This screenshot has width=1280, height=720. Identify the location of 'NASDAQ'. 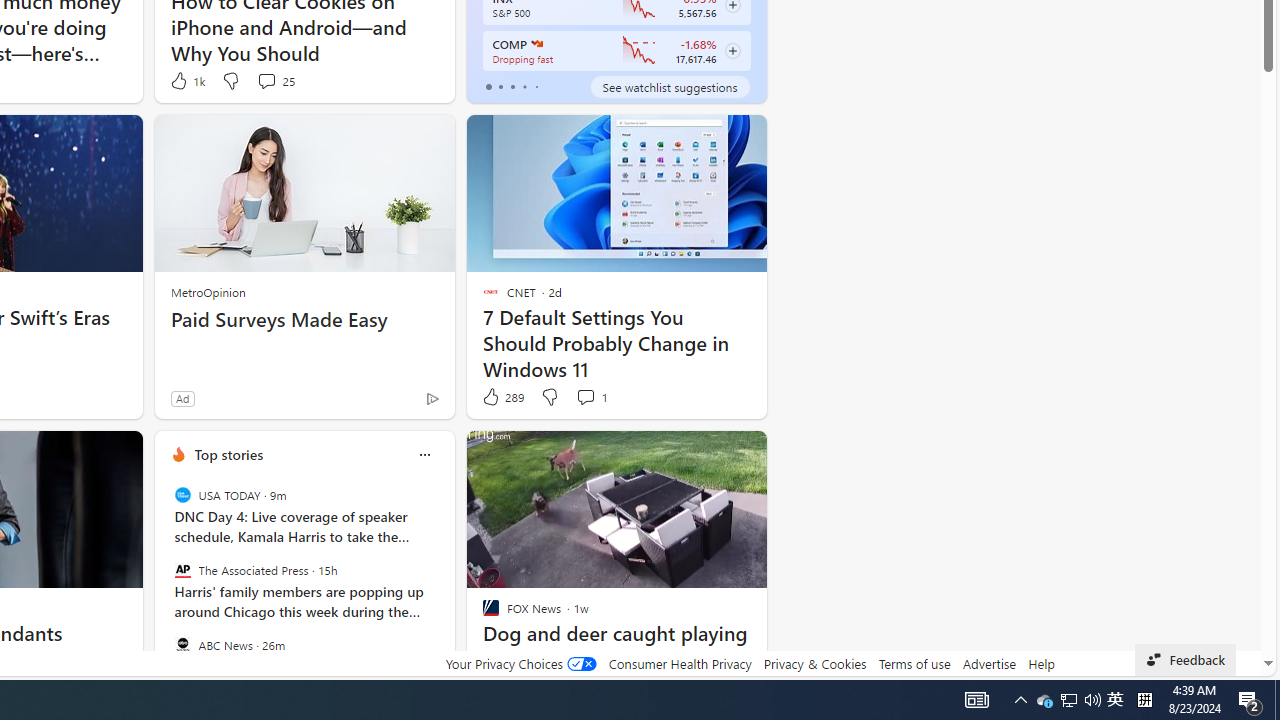
(536, 43).